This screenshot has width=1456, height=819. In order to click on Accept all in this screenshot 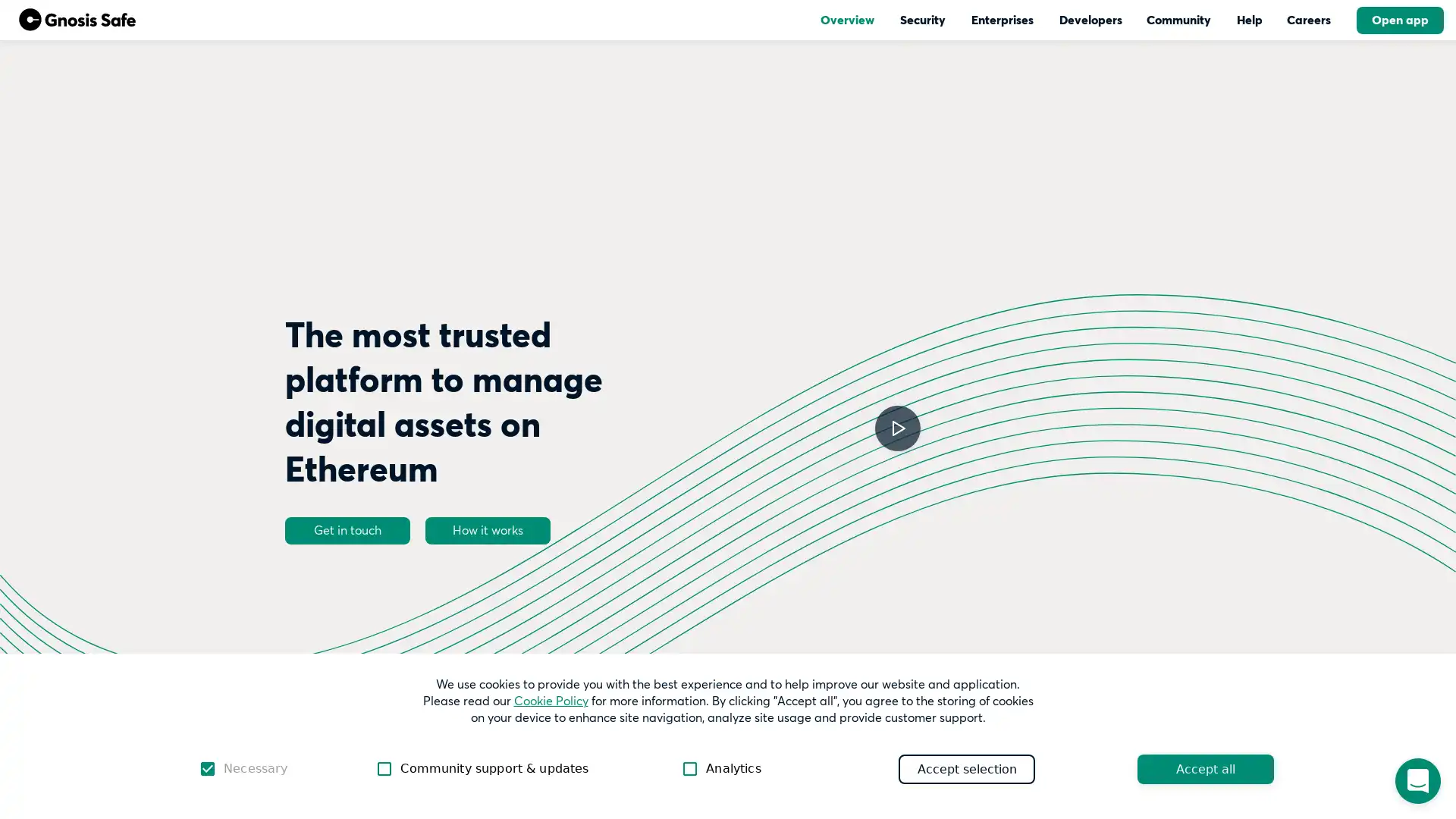, I will do `click(1204, 768)`.